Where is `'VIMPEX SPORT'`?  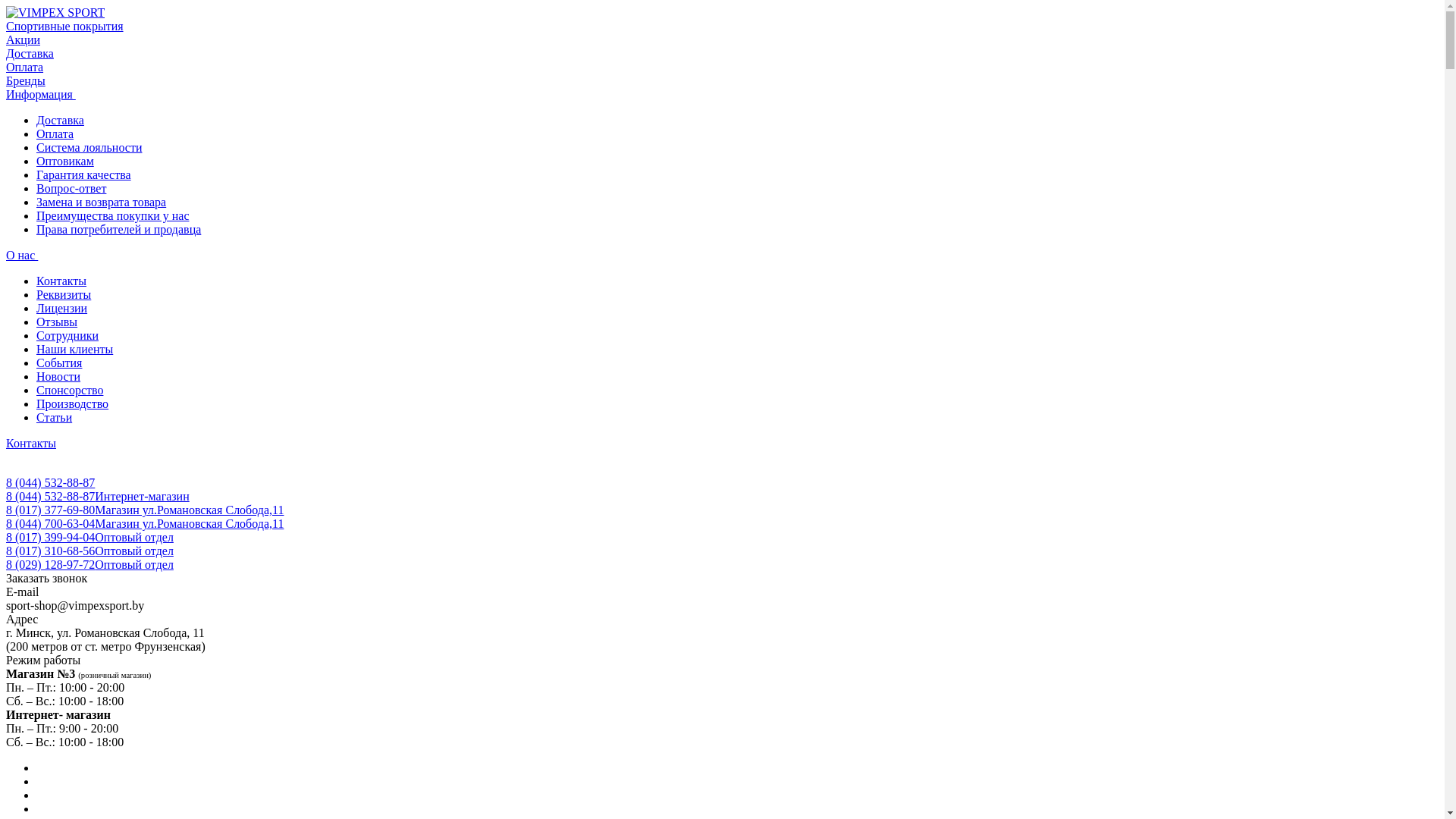
'VIMPEX SPORT' is located at coordinates (55, 12).